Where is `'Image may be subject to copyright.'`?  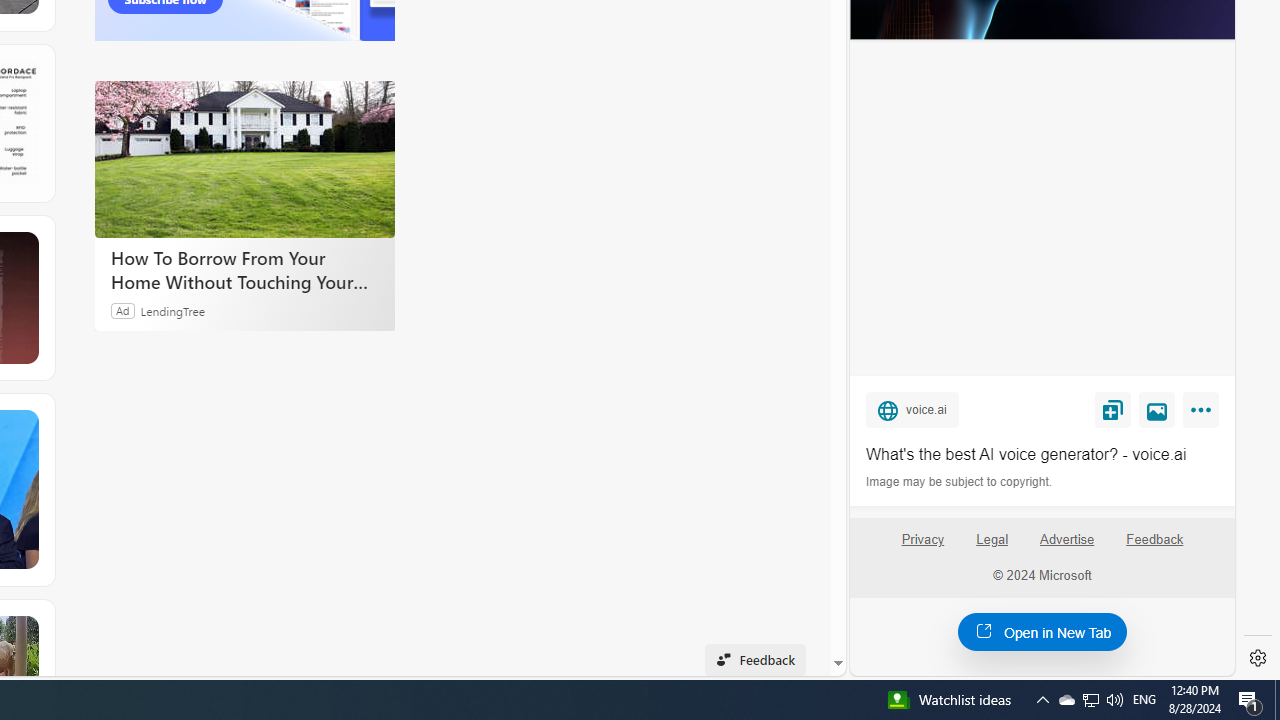 'Image may be subject to copyright.' is located at coordinates (960, 482).